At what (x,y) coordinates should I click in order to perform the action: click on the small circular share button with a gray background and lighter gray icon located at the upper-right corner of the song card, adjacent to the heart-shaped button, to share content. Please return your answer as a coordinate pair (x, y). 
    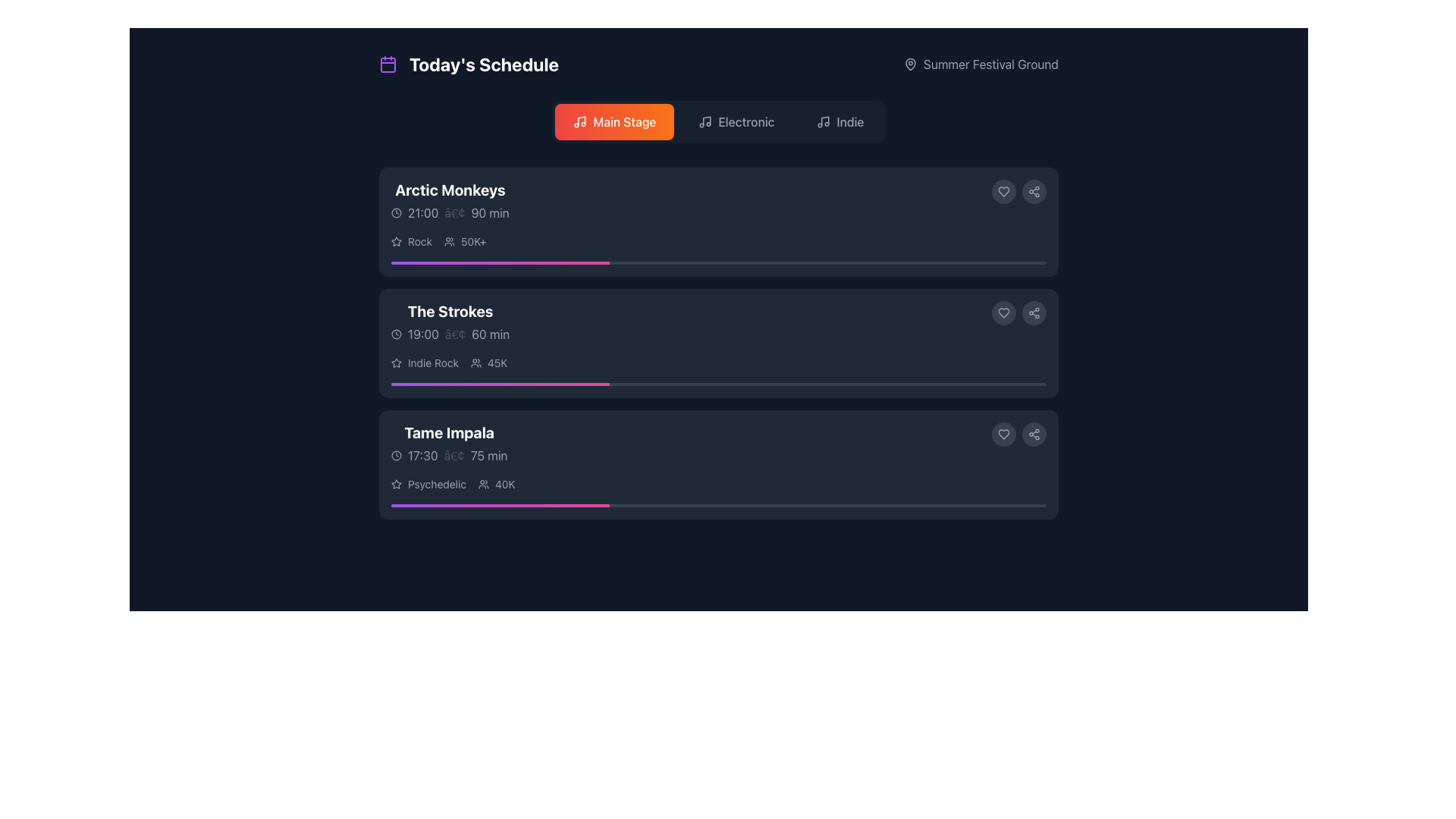
    Looking at the image, I should click on (1033, 312).